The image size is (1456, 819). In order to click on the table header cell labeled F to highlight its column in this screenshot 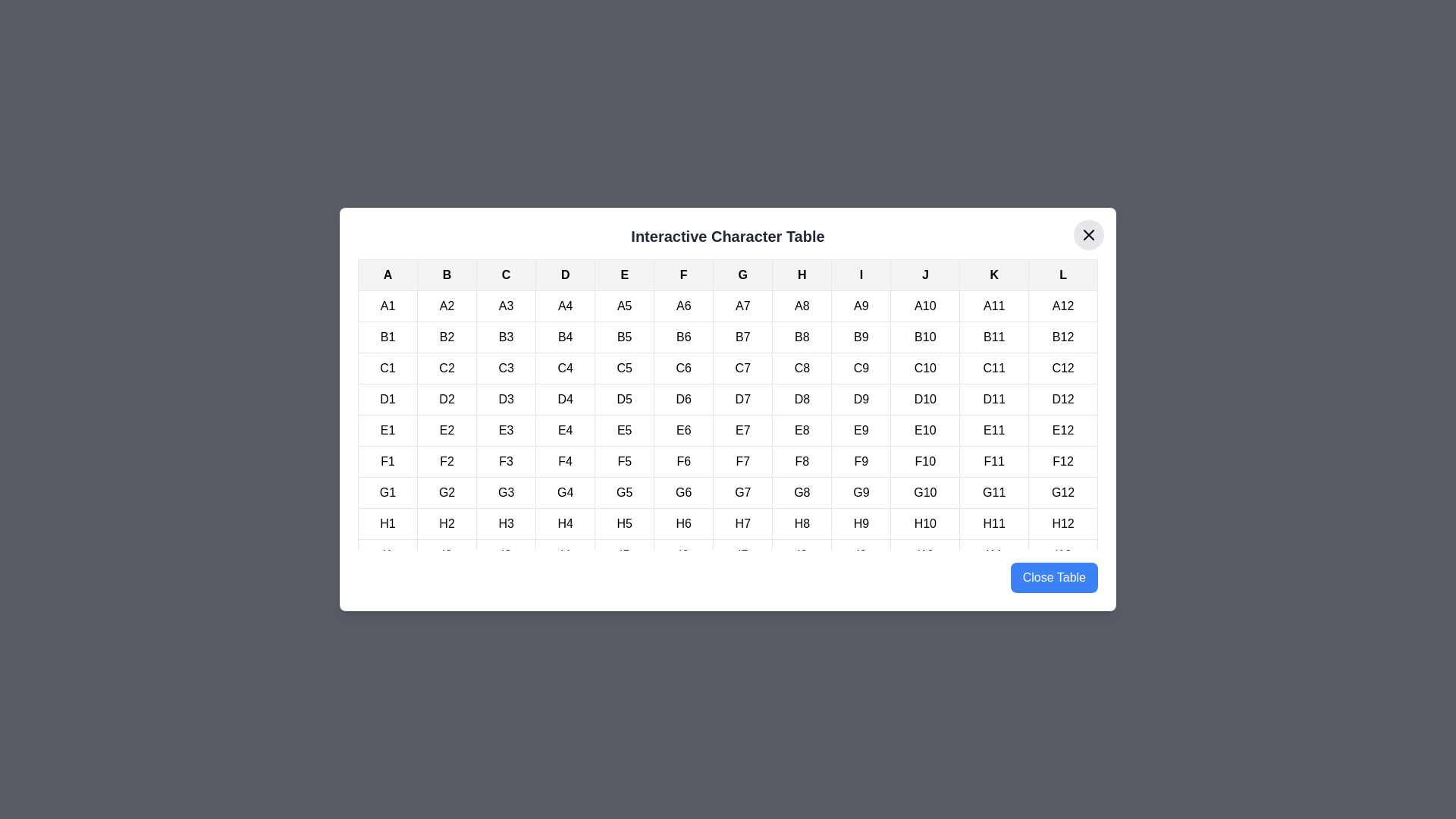, I will do `click(682, 275)`.